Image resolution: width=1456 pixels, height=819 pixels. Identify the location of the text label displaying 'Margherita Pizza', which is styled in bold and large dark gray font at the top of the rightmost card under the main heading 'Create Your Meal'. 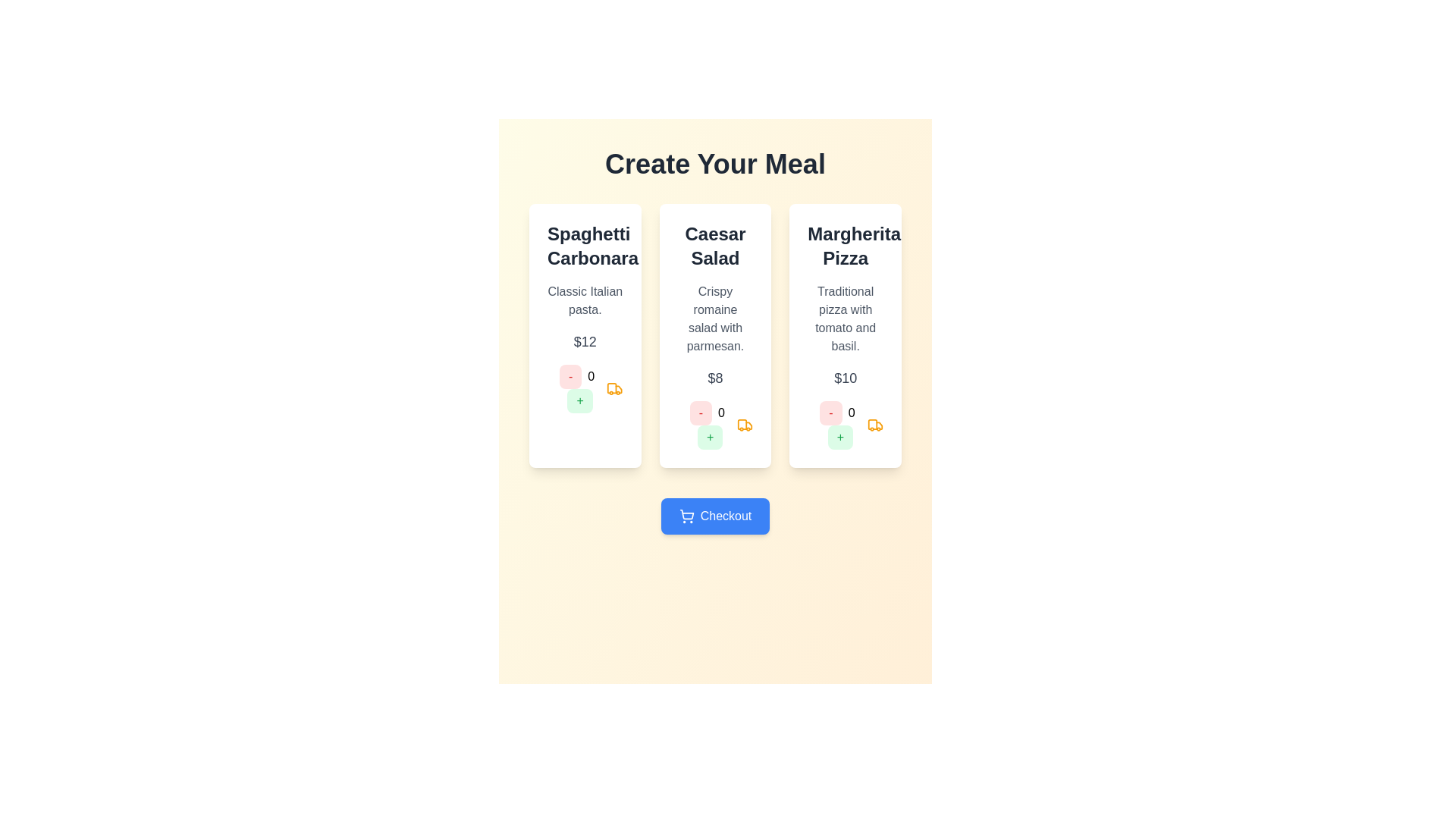
(845, 245).